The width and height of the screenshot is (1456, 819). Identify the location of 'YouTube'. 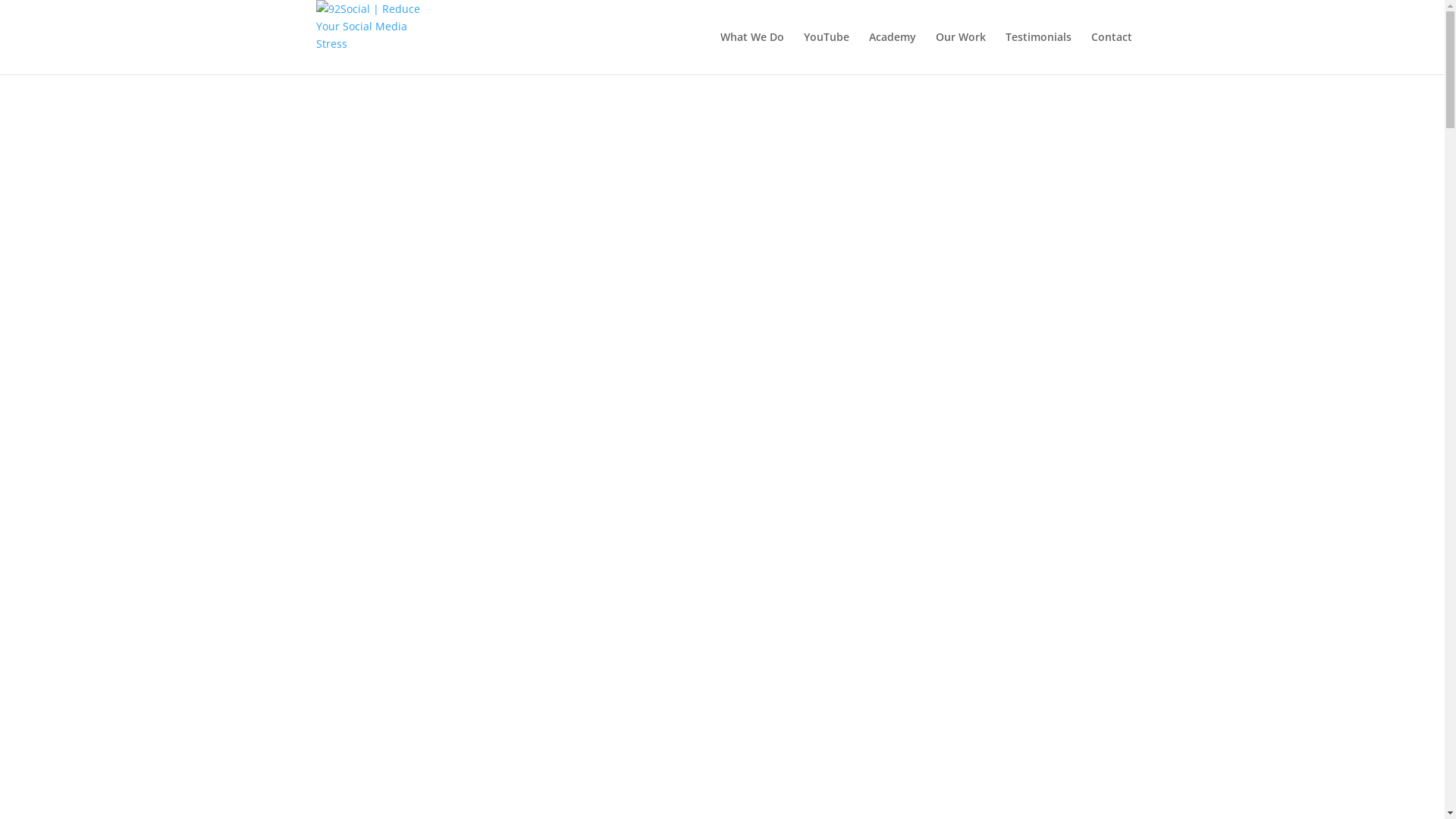
(825, 52).